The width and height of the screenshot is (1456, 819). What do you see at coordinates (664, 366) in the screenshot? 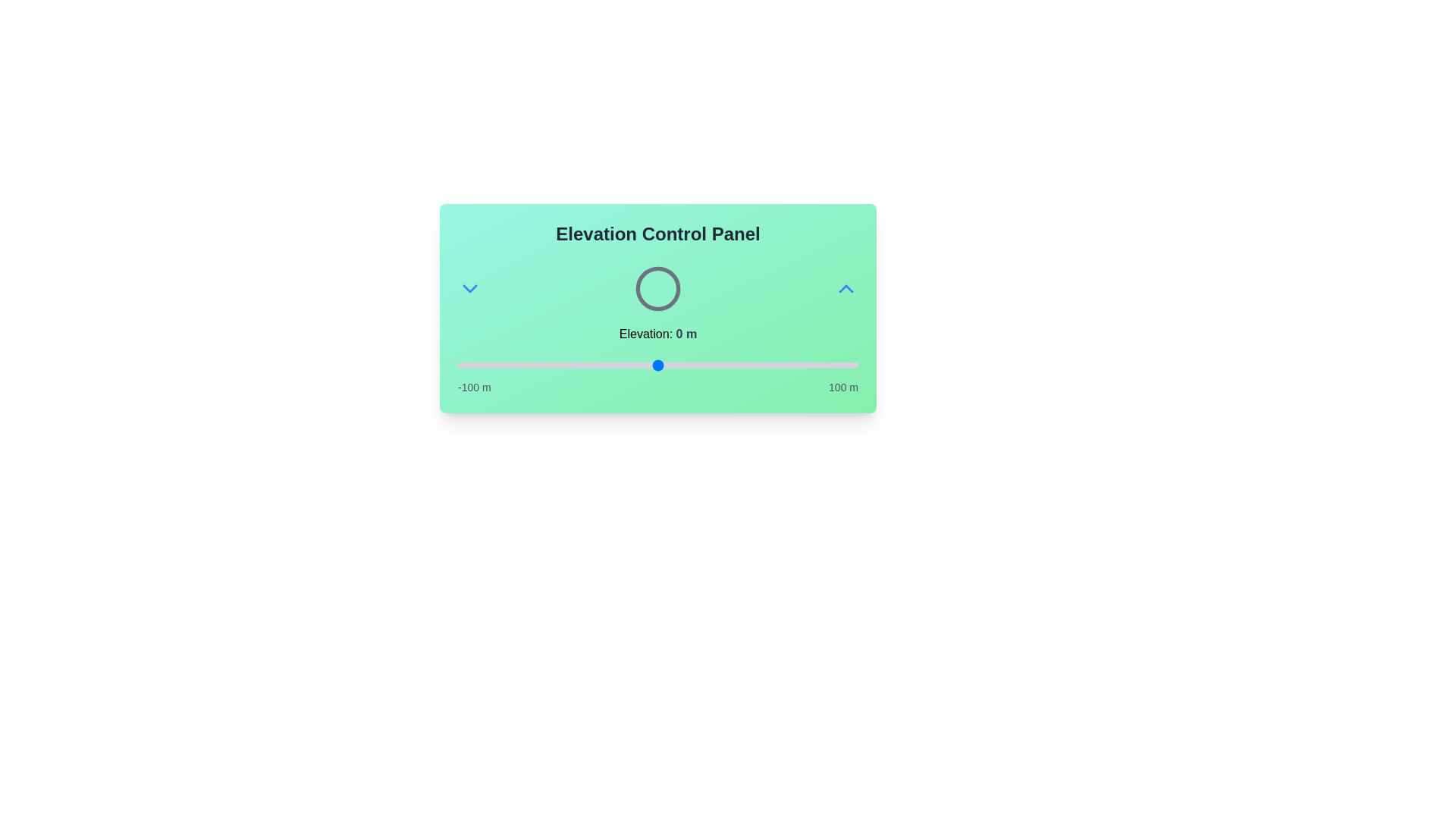
I see `the elevation to 3 meters using the slider` at bounding box center [664, 366].